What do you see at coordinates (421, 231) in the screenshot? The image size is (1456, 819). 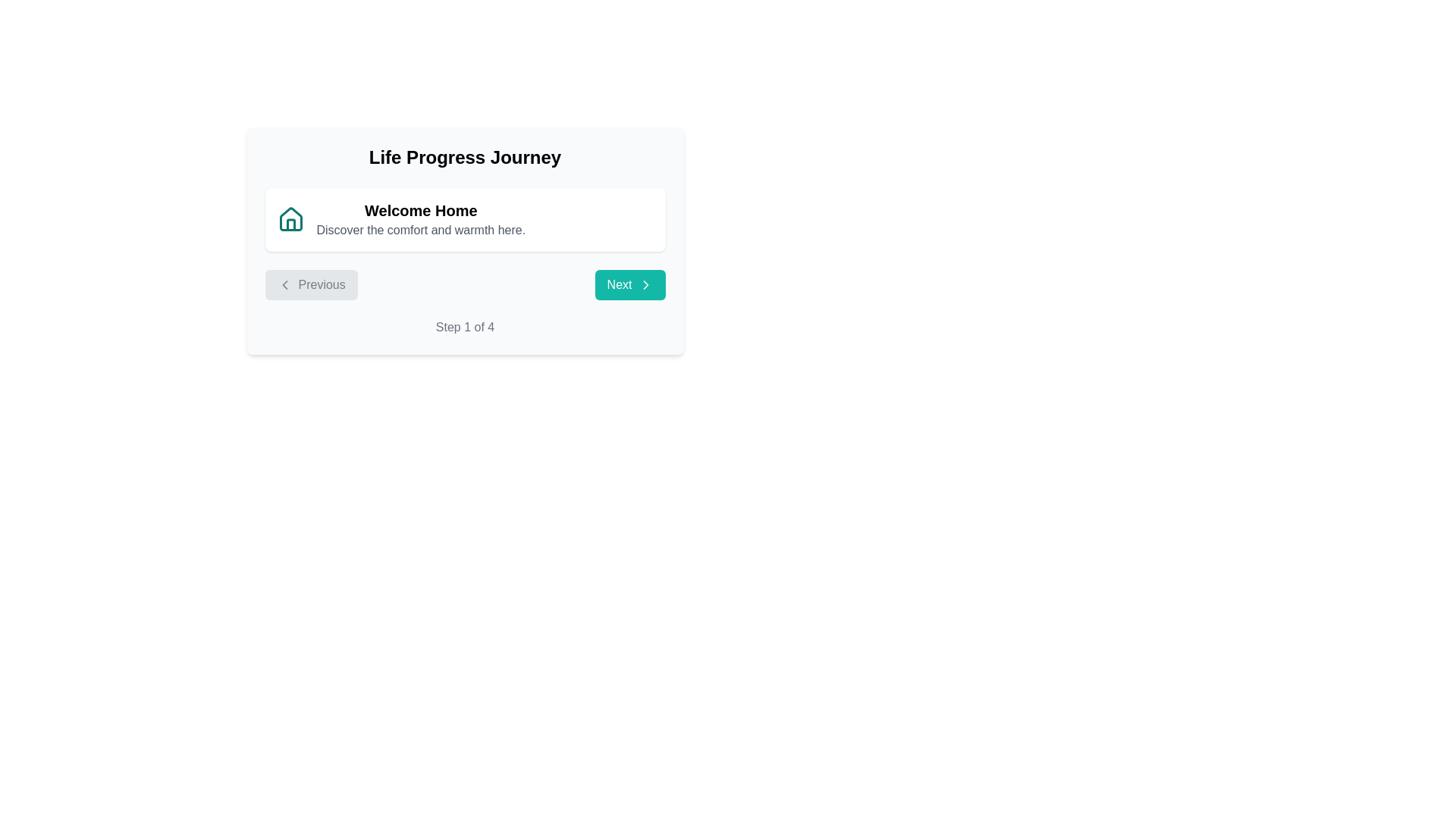 I see `text content of the Text block element displaying 'Discover the comfort and warmth here.' which is located directly below the heading 'Welcome Home' in a card-like section` at bounding box center [421, 231].